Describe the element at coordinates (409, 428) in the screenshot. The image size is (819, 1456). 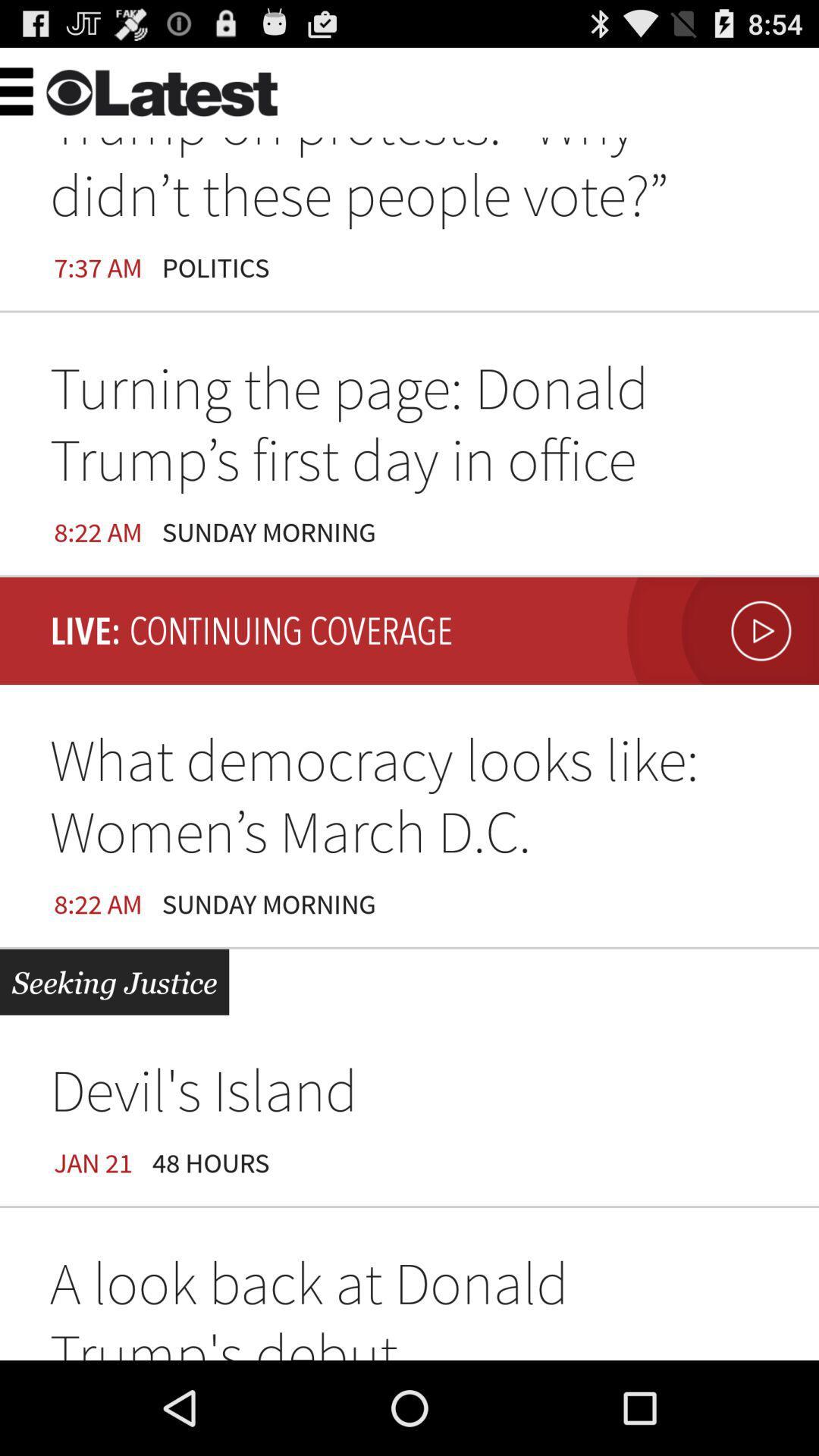
I see `icon above 8:22 am icon` at that location.